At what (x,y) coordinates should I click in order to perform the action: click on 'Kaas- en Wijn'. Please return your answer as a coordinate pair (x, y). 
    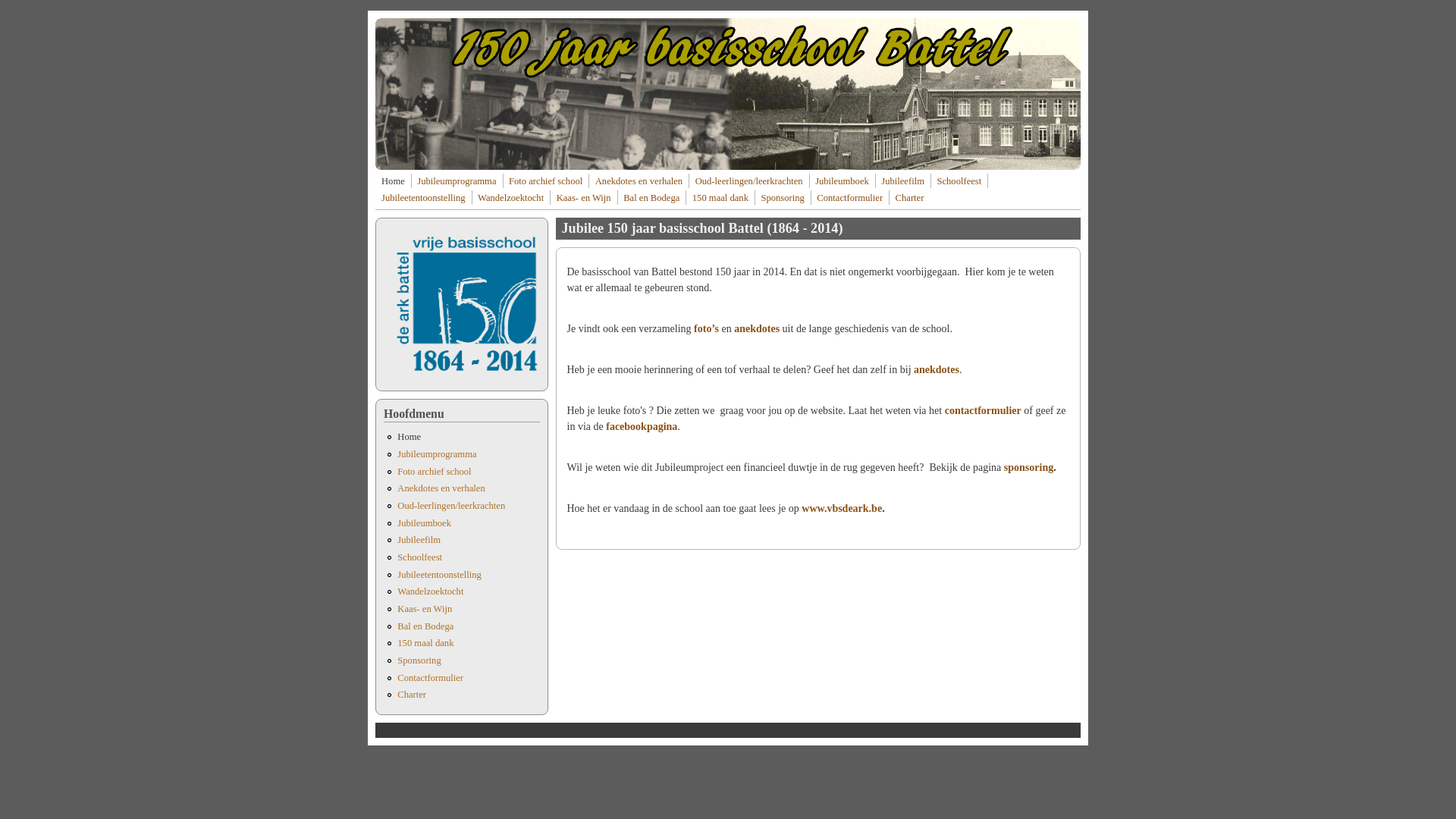
    Looking at the image, I should click on (582, 197).